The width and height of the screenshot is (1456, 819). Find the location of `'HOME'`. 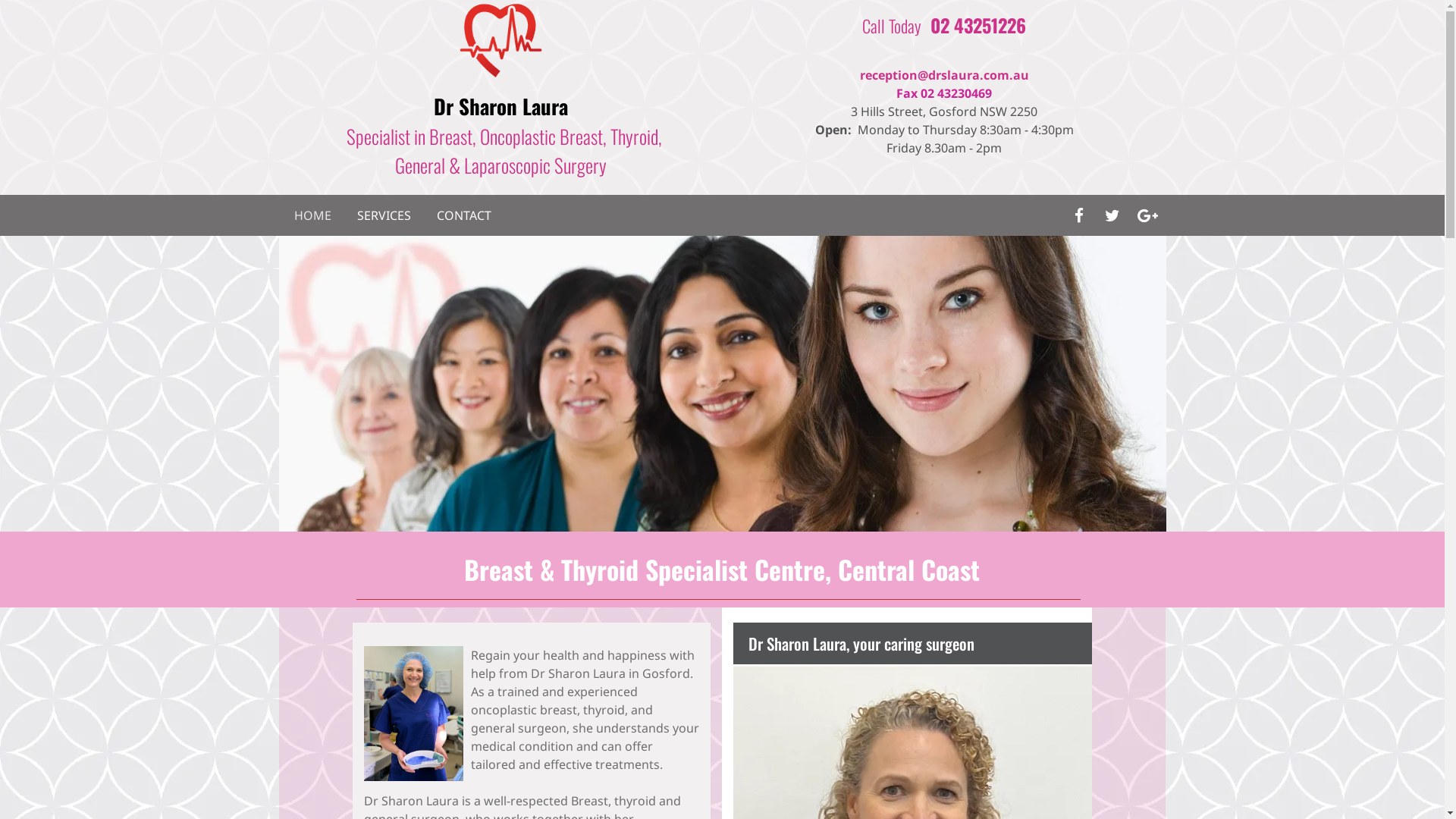

'HOME' is located at coordinates (312, 215).